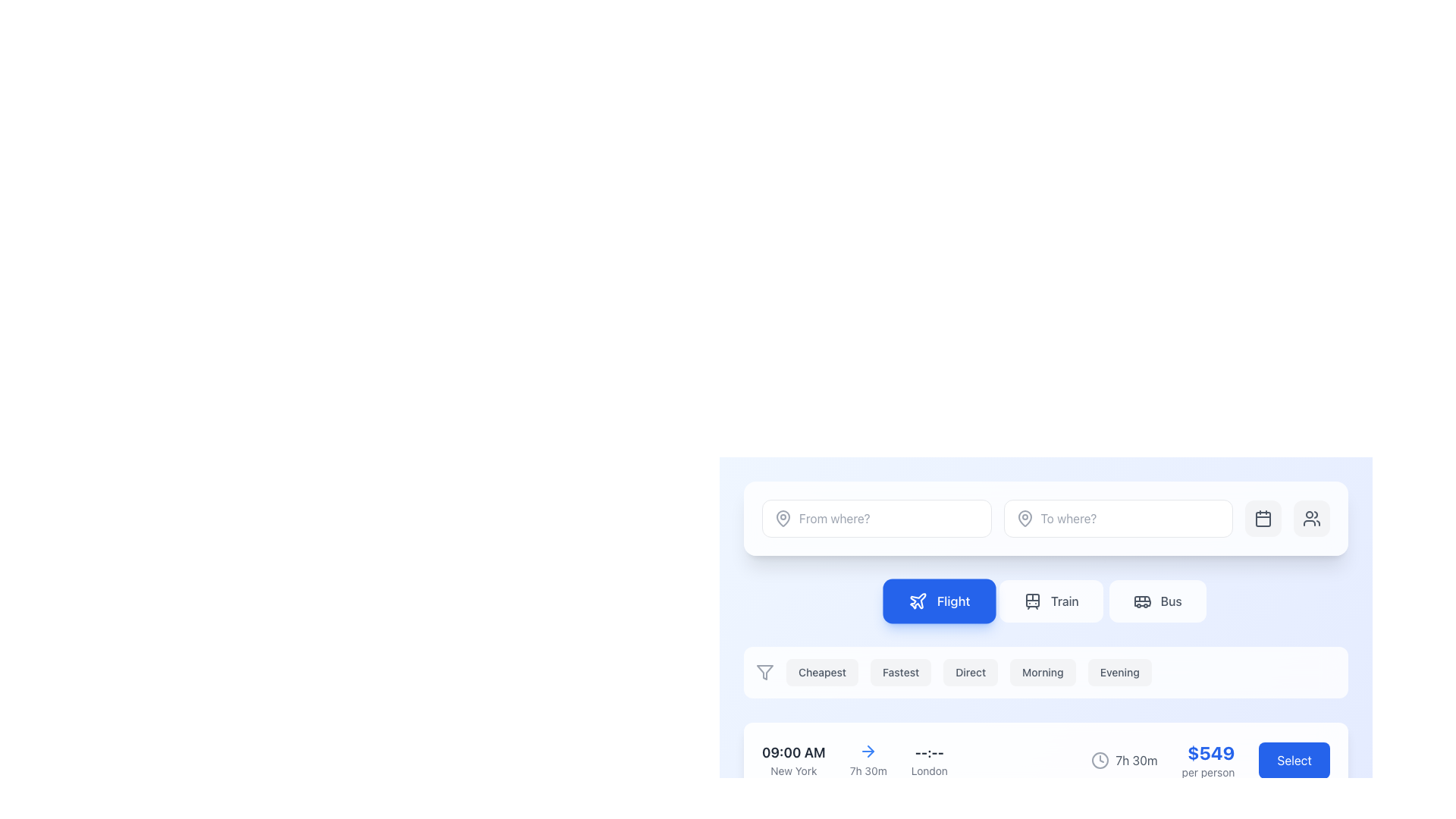 This screenshot has width=1456, height=819. I want to click on the small-sized text label displaying 'per person' in light gray color, located below the '$549' price text in the flight information card, so click(1207, 772).